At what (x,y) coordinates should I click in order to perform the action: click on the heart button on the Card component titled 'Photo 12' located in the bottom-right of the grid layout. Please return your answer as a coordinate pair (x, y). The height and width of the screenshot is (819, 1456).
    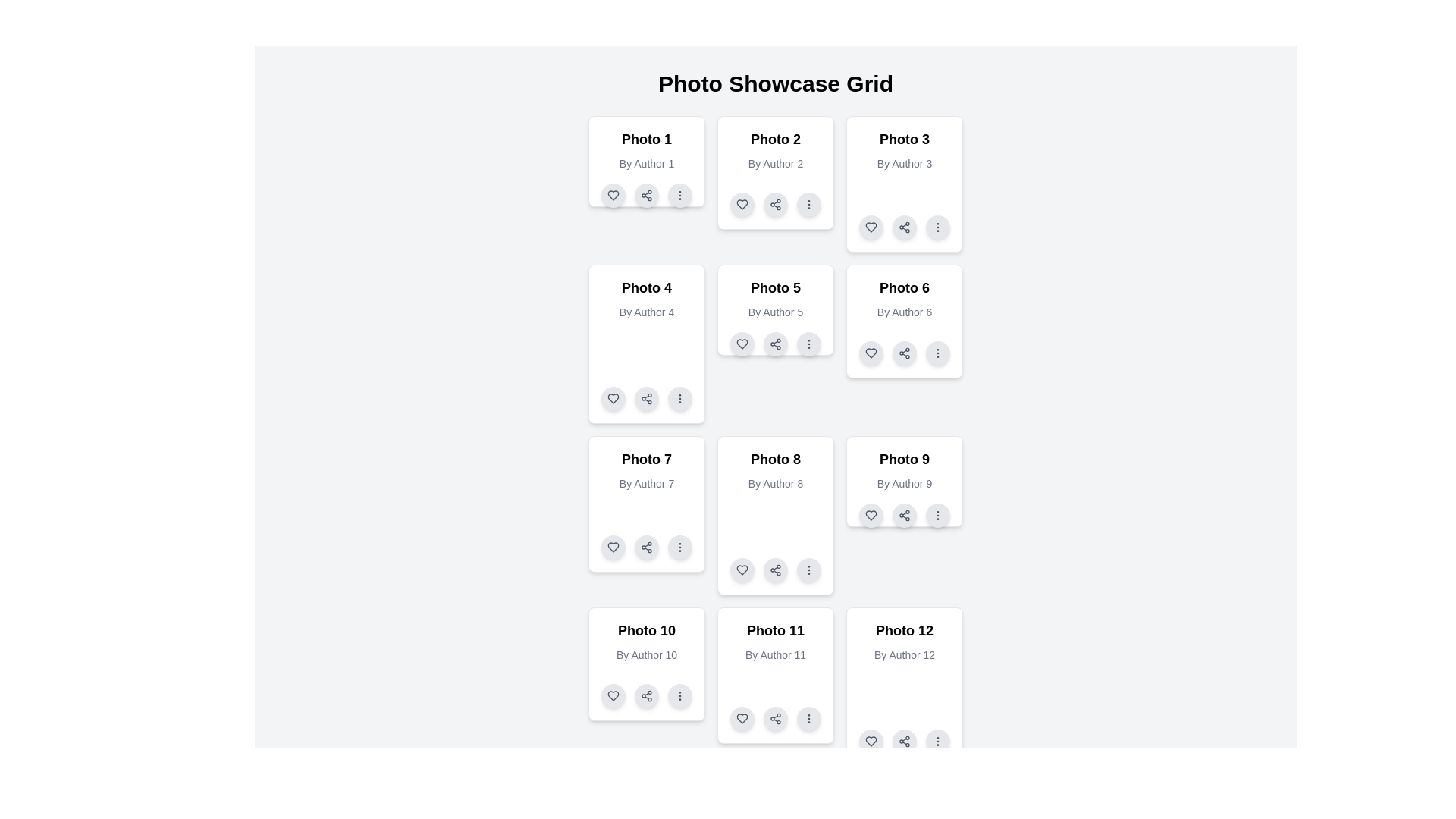
    Looking at the image, I should click on (905, 687).